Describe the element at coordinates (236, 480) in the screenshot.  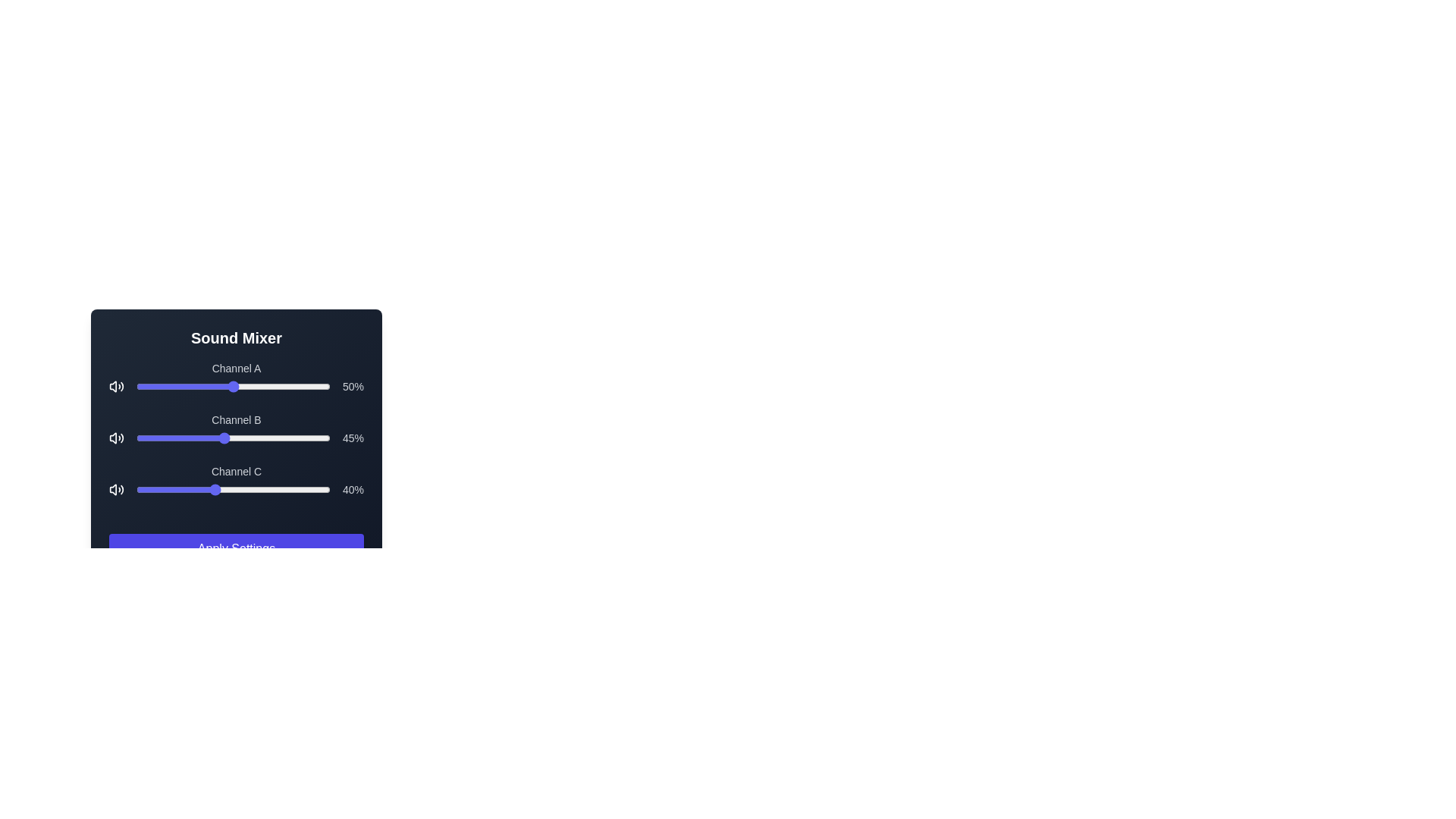
I see `the slider labeled 'Channel C'` at that location.